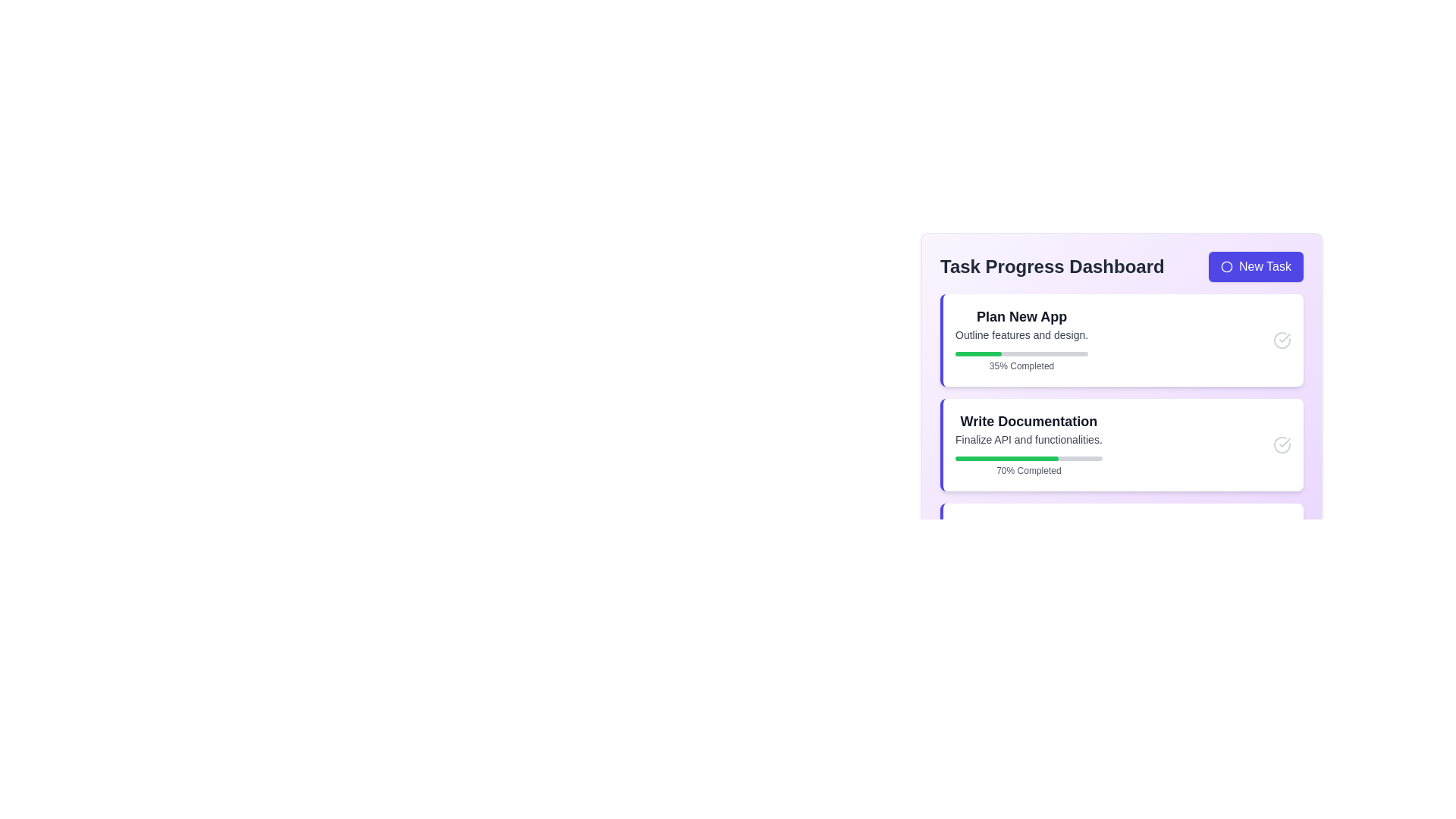 Image resolution: width=1456 pixels, height=819 pixels. What do you see at coordinates (1028, 458) in the screenshot?
I see `the horizontal progress bar with a gray background and green foreground, located below the '70% Completed' text in the 'Write Documentation' card` at bounding box center [1028, 458].